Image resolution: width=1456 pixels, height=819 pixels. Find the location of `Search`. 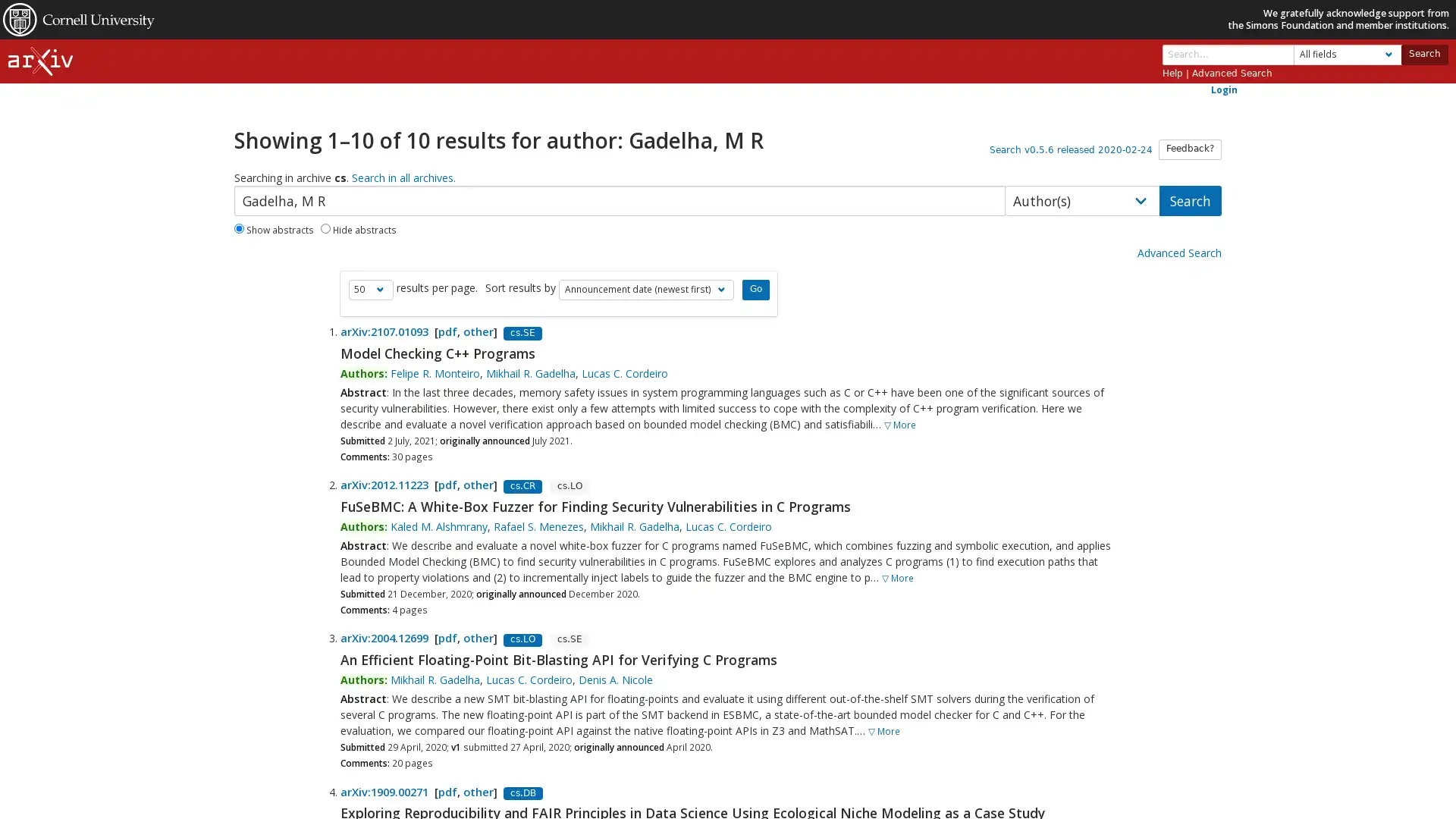

Search is located at coordinates (1189, 199).